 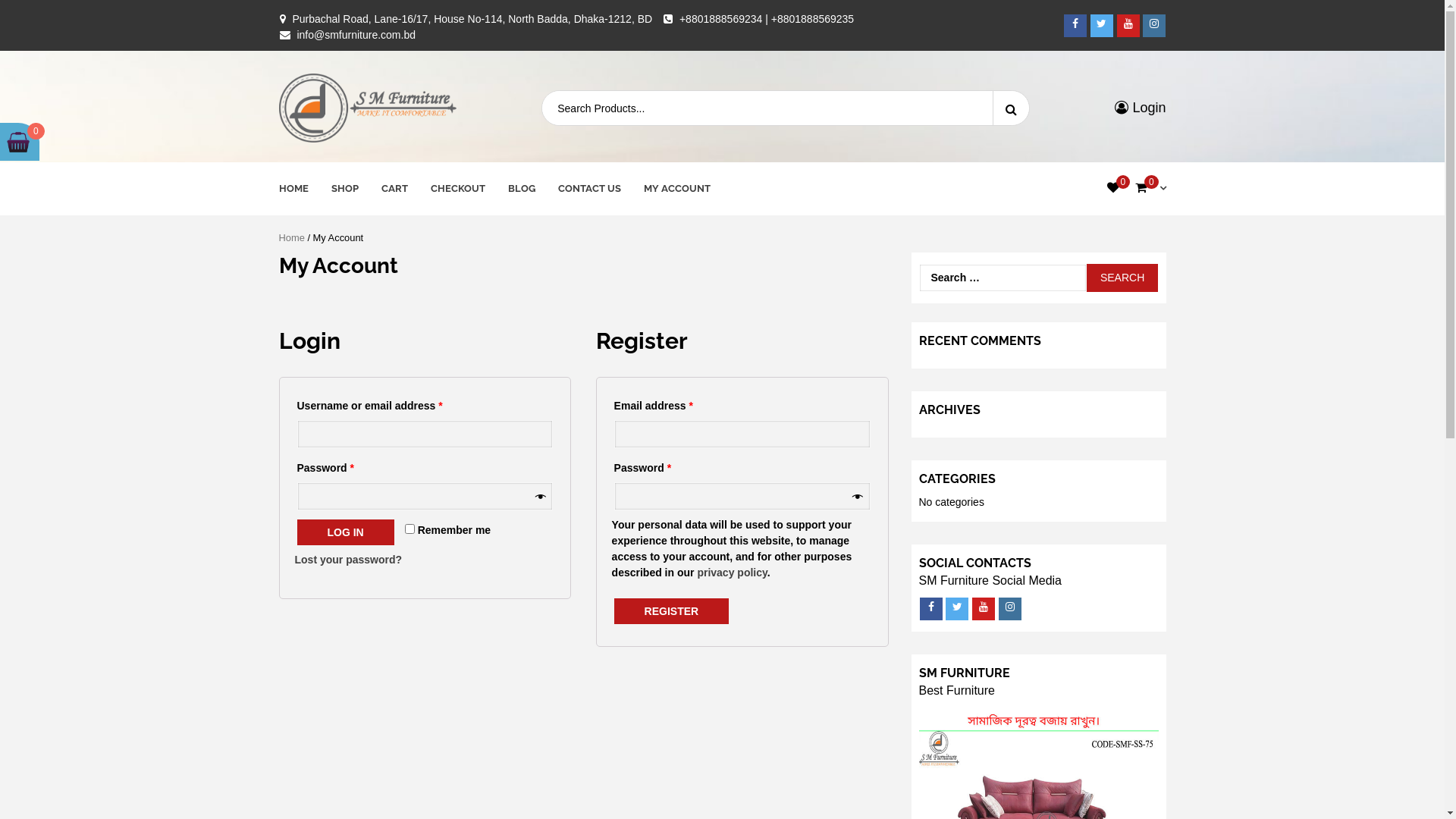 I want to click on 'LOG IN', so click(x=297, y=532).